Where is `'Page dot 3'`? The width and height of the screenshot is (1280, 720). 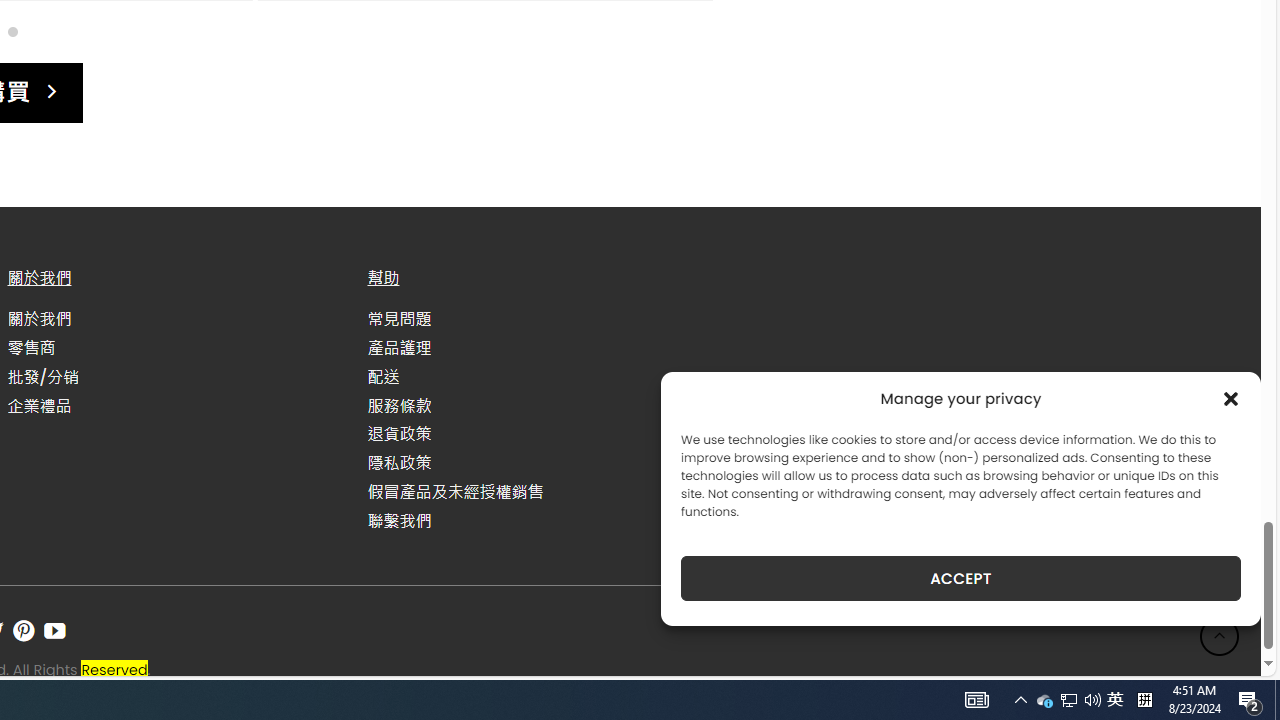
'Page dot 3' is located at coordinates (12, 31).